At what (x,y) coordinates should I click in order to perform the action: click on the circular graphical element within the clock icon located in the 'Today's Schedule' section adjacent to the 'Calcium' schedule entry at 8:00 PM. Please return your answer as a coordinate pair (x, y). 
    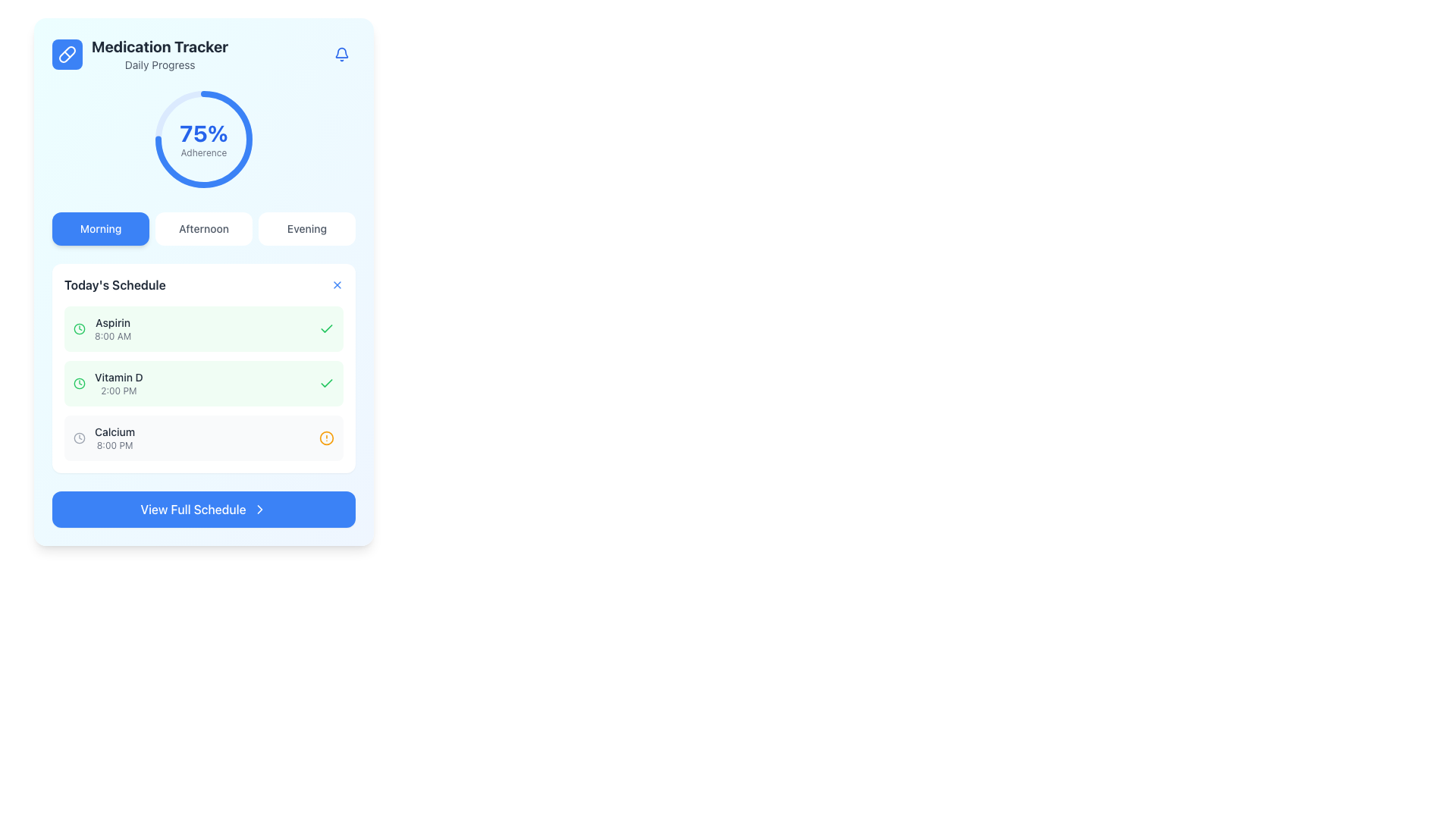
    Looking at the image, I should click on (79, 438).